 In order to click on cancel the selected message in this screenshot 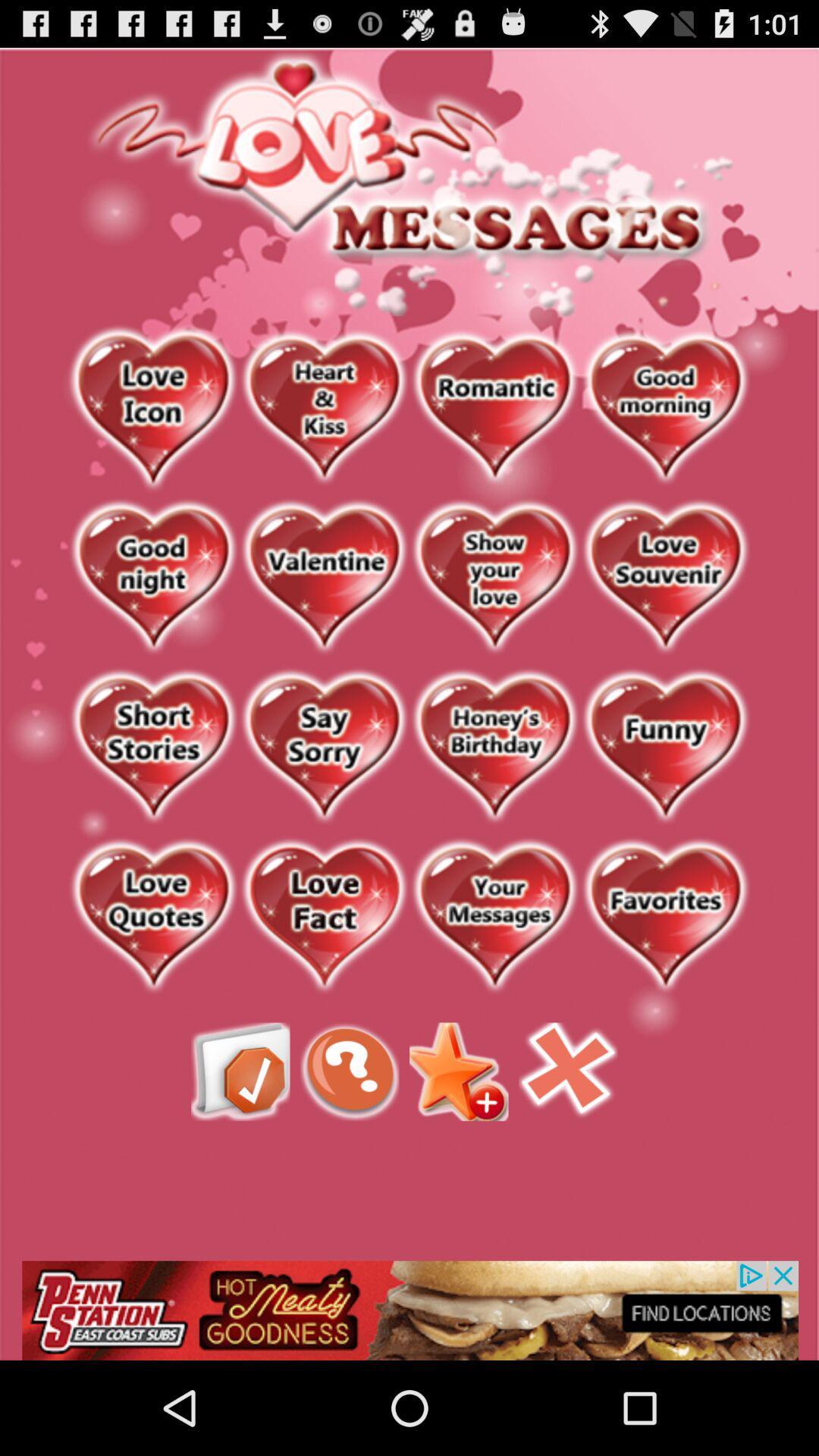, I will do `click(568, 1071)`.